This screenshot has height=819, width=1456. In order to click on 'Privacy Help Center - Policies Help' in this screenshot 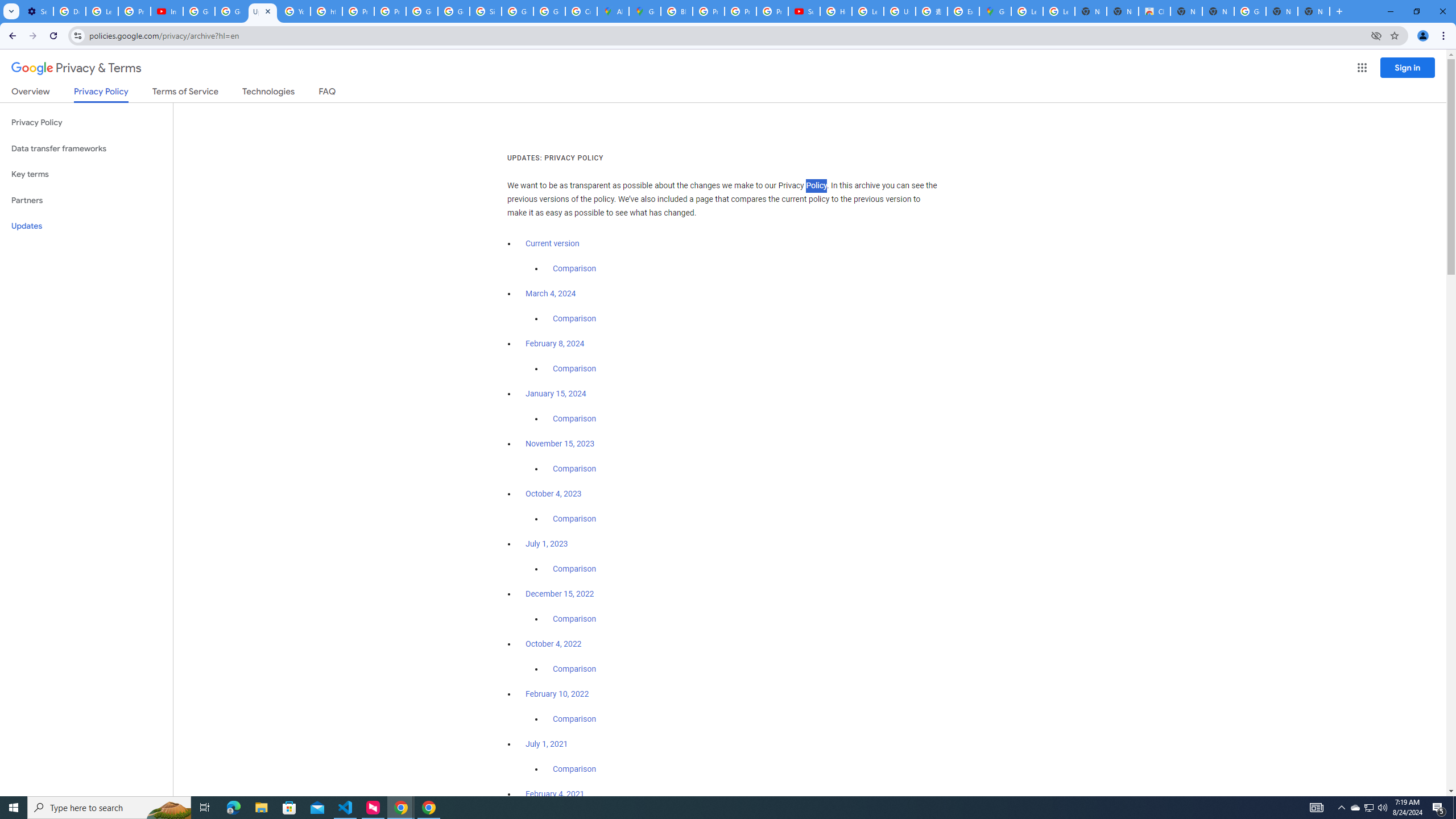, I will do `click(708, 11)`.